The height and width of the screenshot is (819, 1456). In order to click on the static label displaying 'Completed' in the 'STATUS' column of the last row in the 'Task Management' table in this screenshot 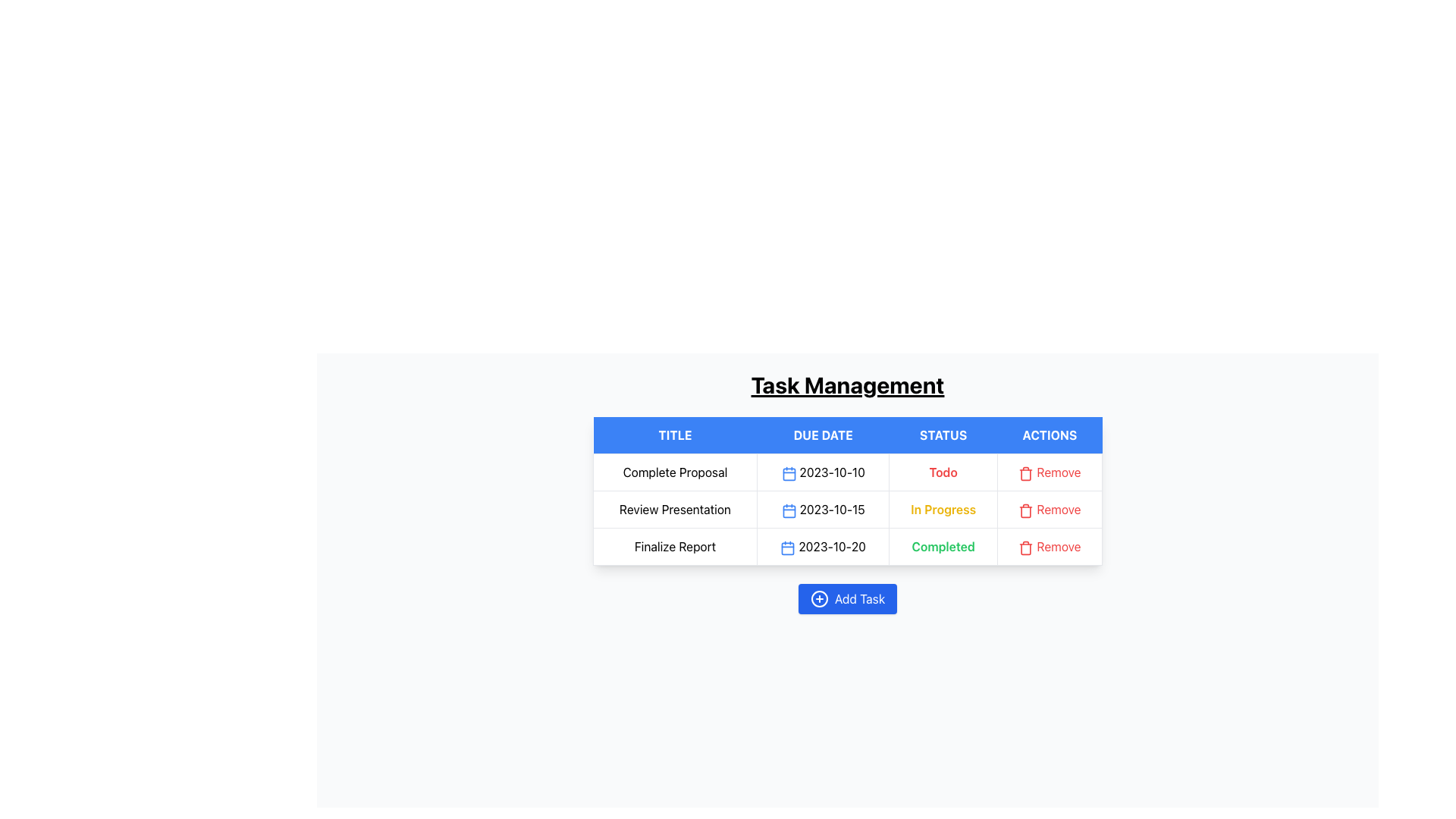, I will do `click(943, 547)`.